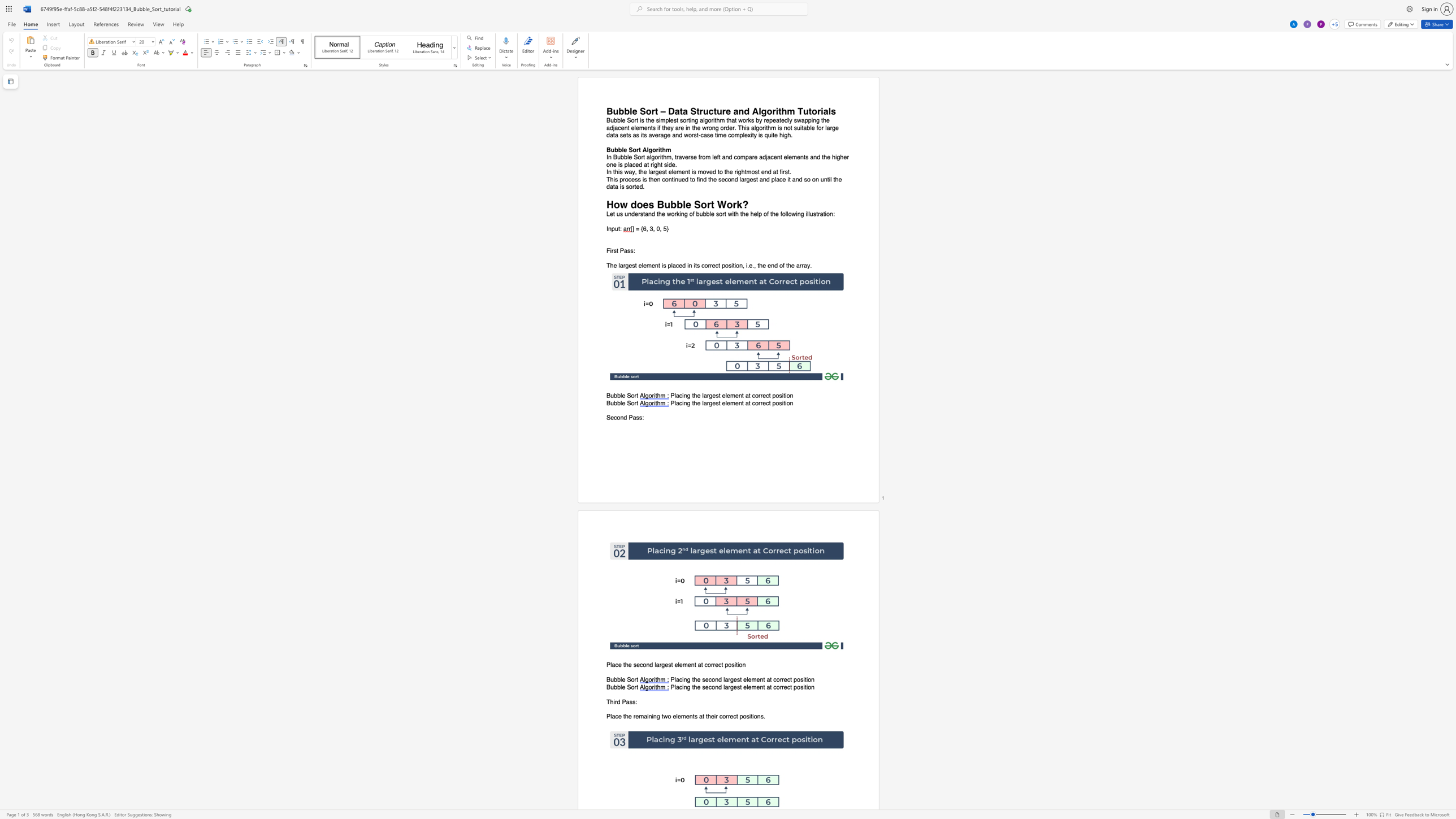 The width and height of the screenshot is (1456, 819). I want to click on the 2th character "f" in the text, so click(767, 214).